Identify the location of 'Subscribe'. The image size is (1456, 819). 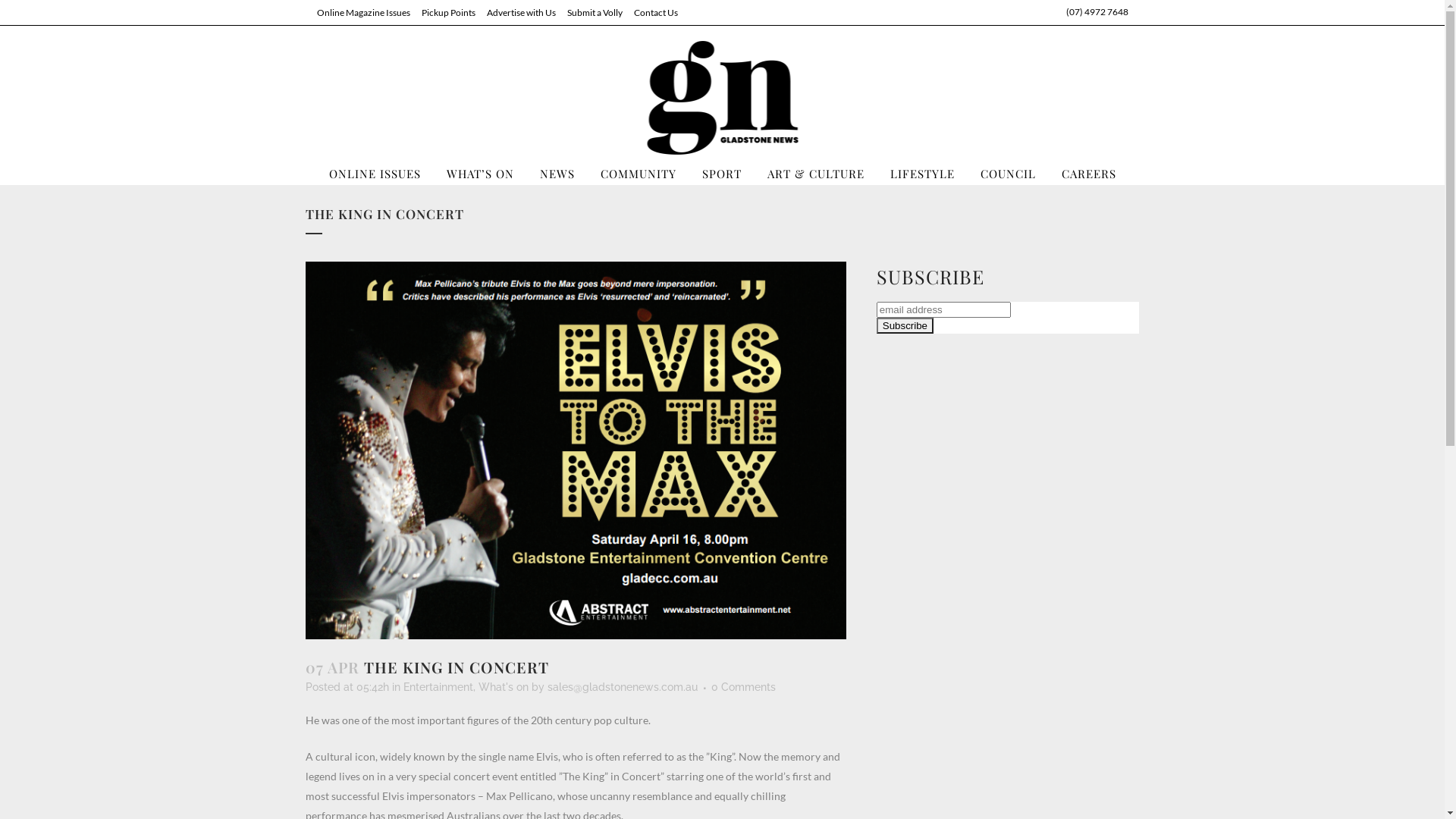
(905, 325).